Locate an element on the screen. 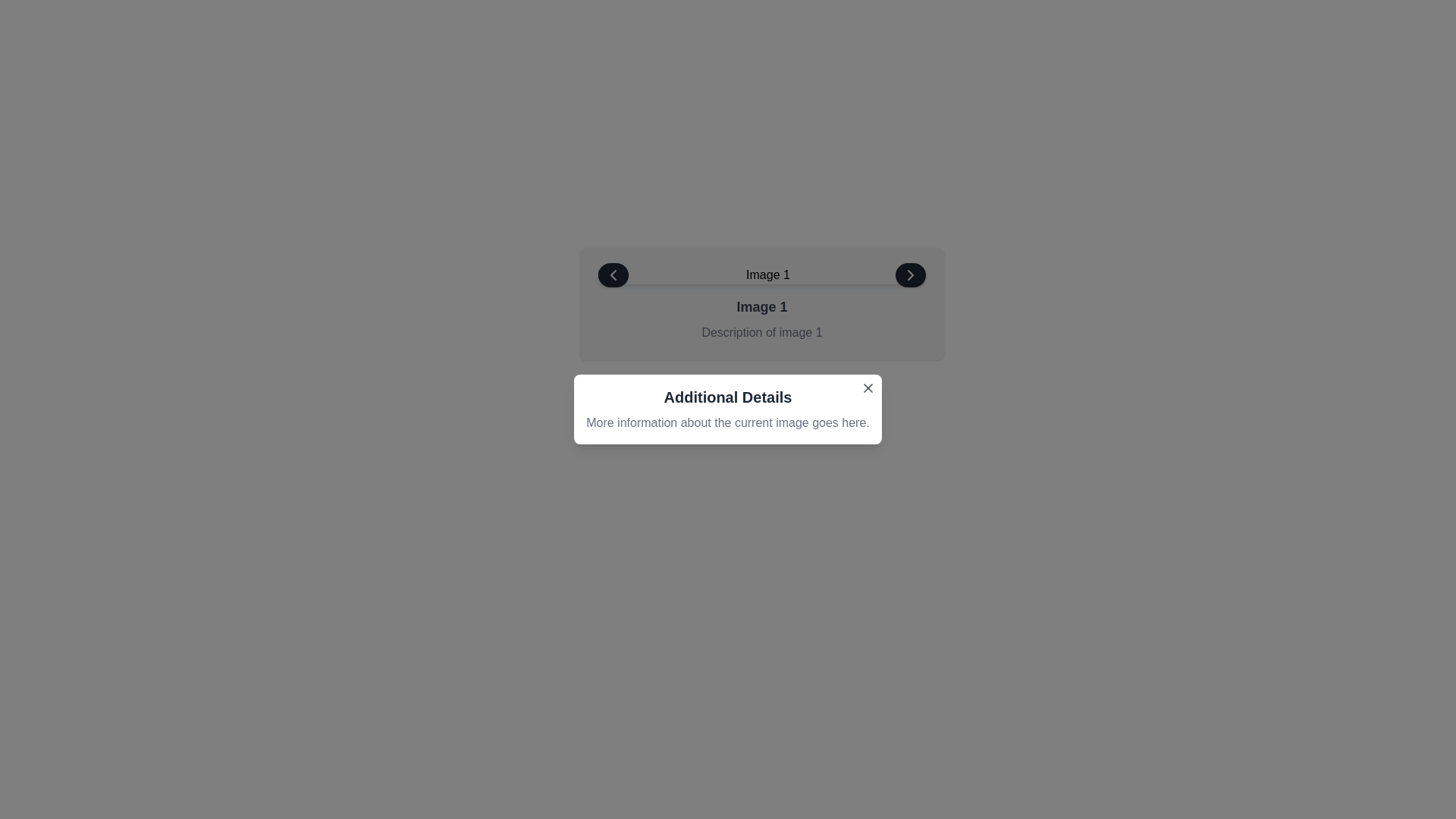  the navigation icon located in the rightmost section of the horizontal navigation bar is located at coordinates (910, 275).